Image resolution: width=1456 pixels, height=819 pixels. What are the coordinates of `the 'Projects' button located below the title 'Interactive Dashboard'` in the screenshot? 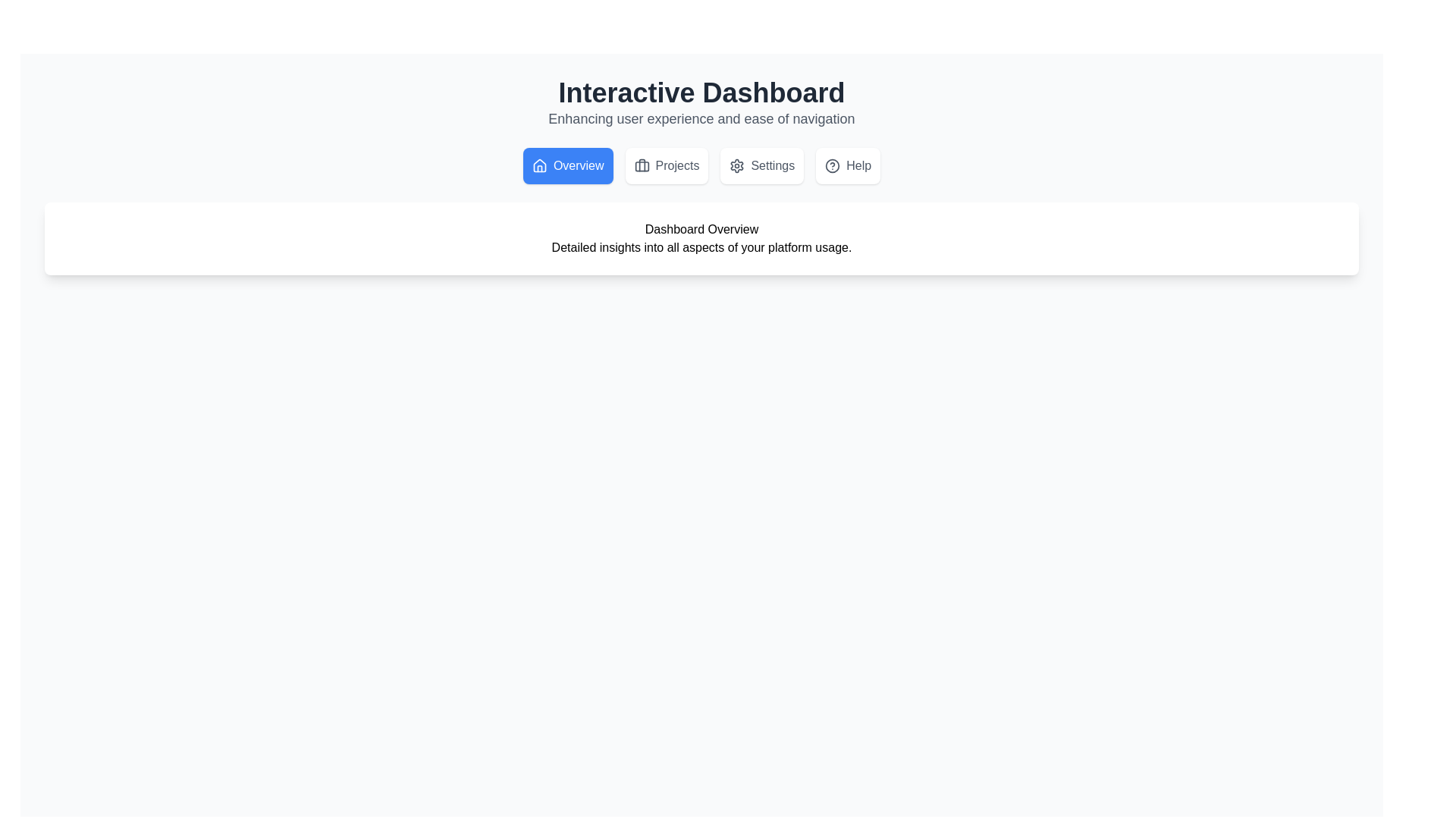 It's located at (667, 166).